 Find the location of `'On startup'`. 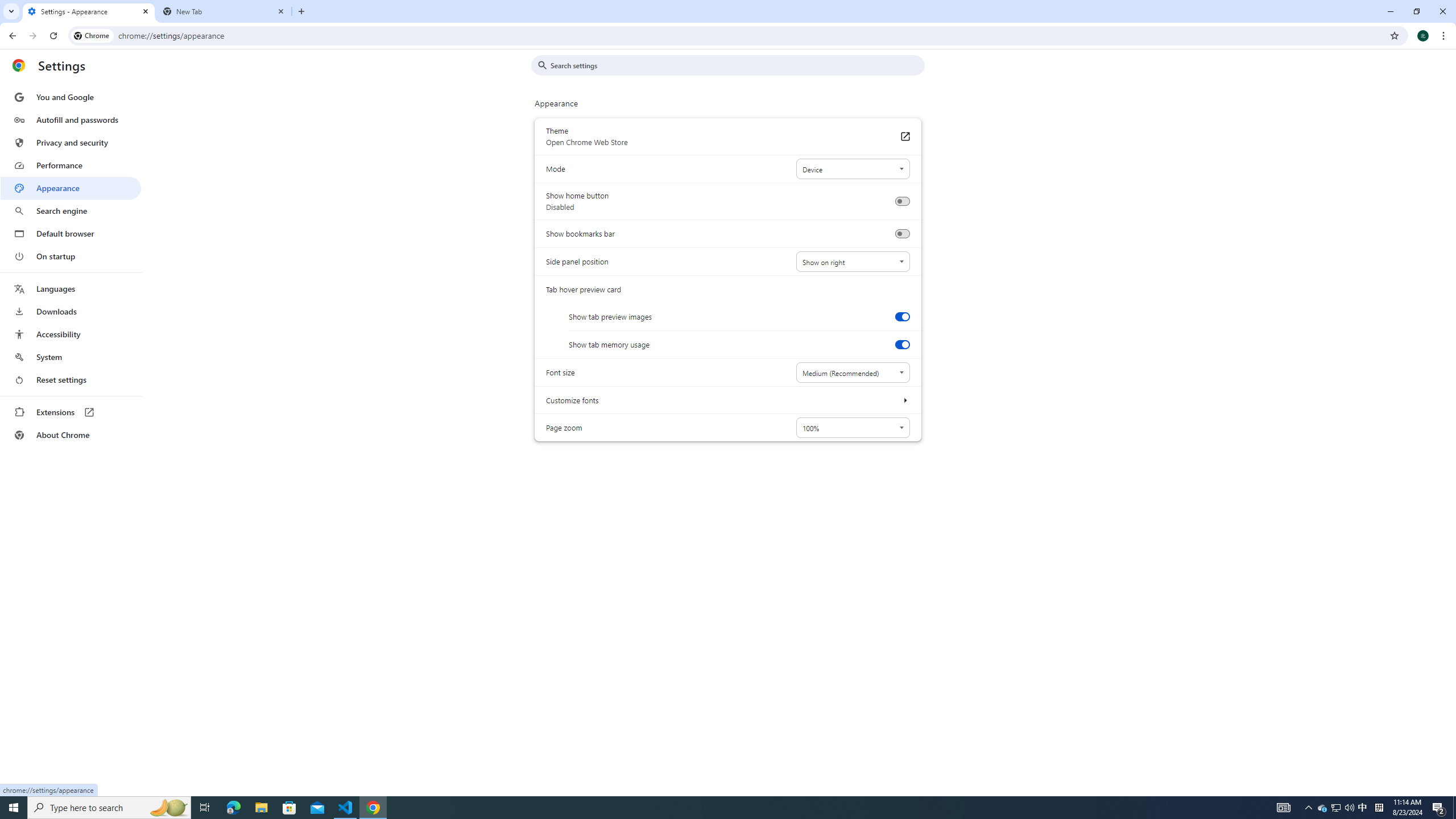

'On startup' is located at coordinates (70, 255).